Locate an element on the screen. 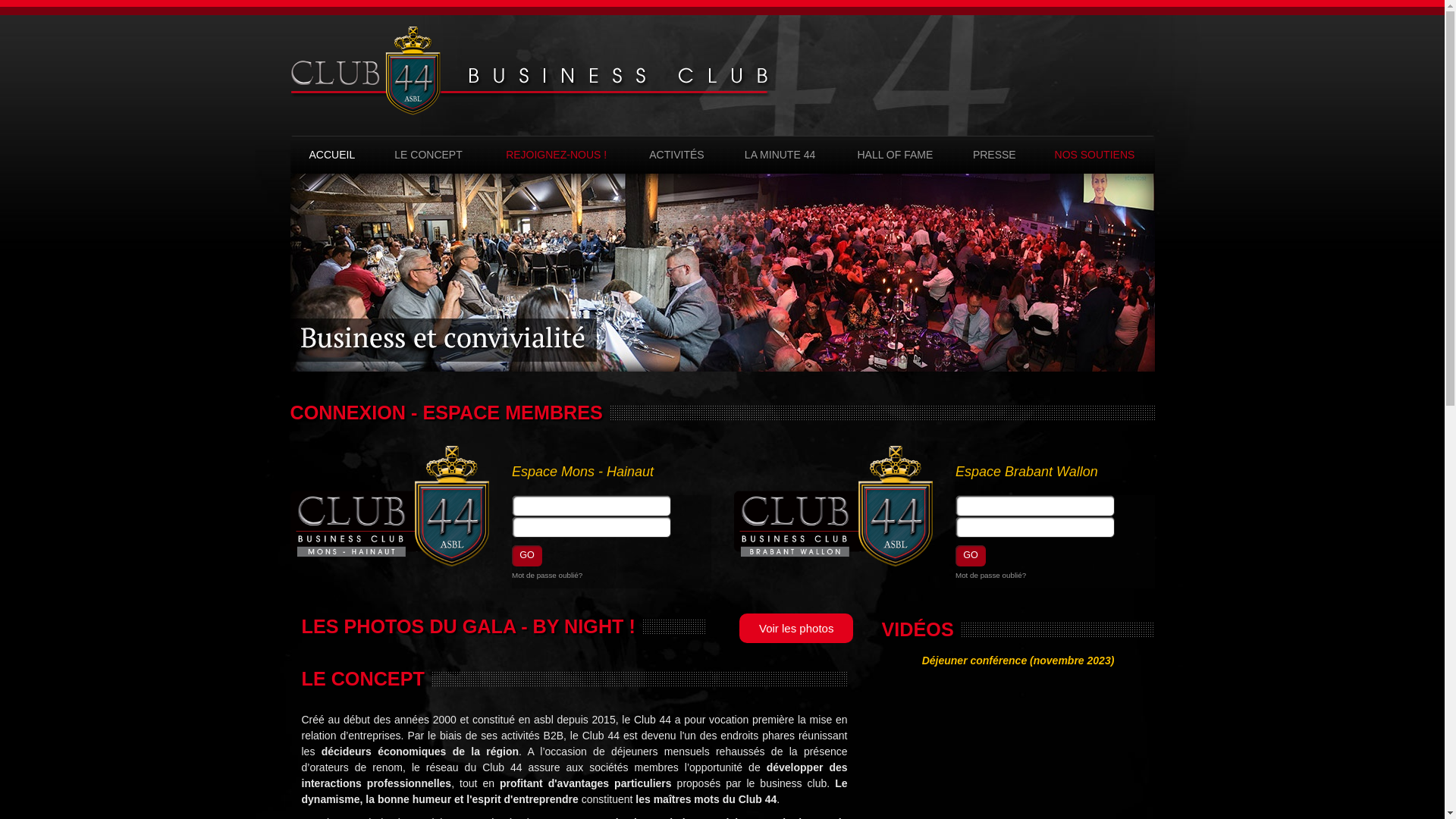 The height and width of the screenshot is (819, 1456). 'LA MINUTE 44' is located at coordinates (779, 155).